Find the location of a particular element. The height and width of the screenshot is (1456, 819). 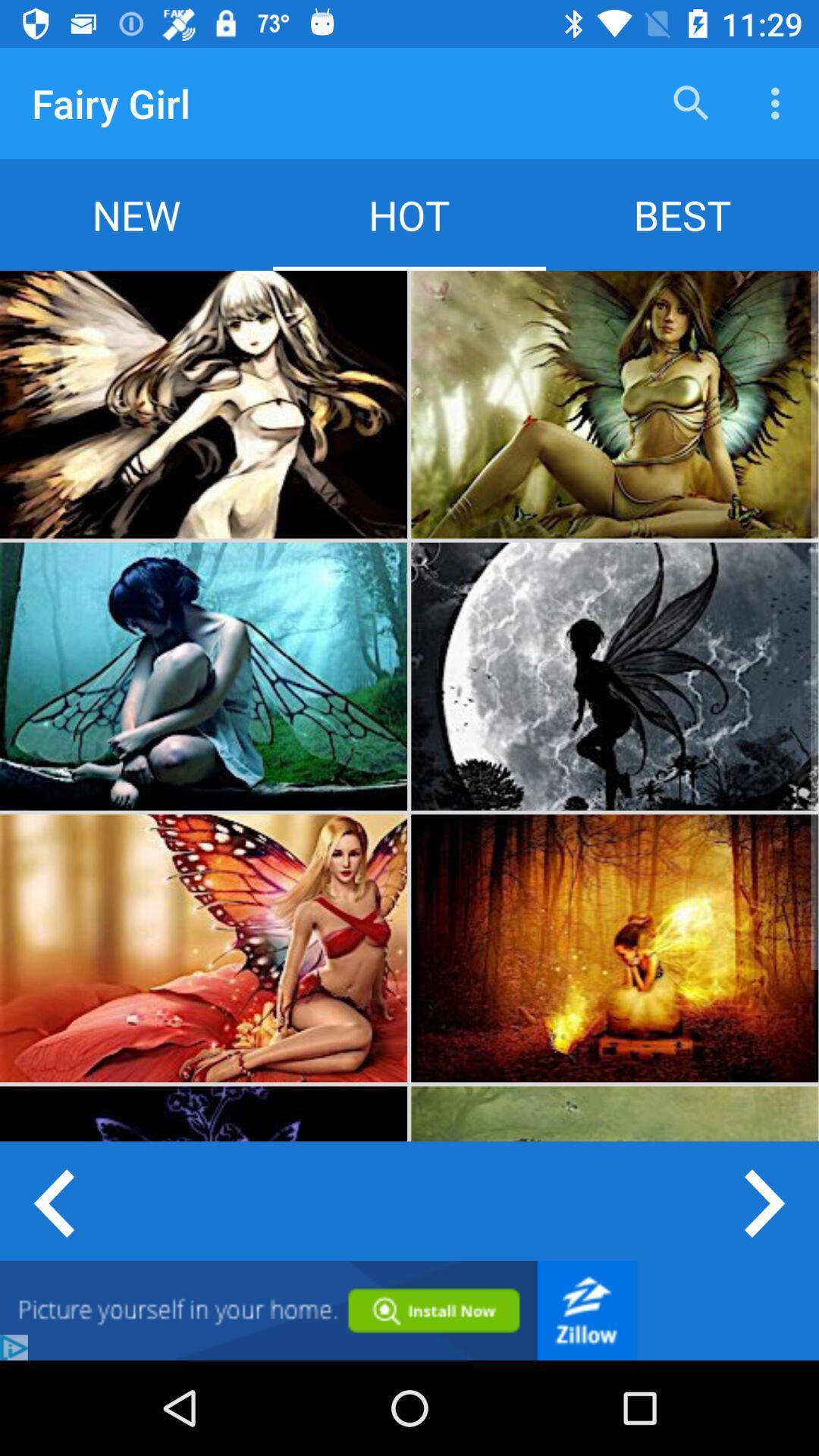

the item above best item is located at coordinates (691, 102).